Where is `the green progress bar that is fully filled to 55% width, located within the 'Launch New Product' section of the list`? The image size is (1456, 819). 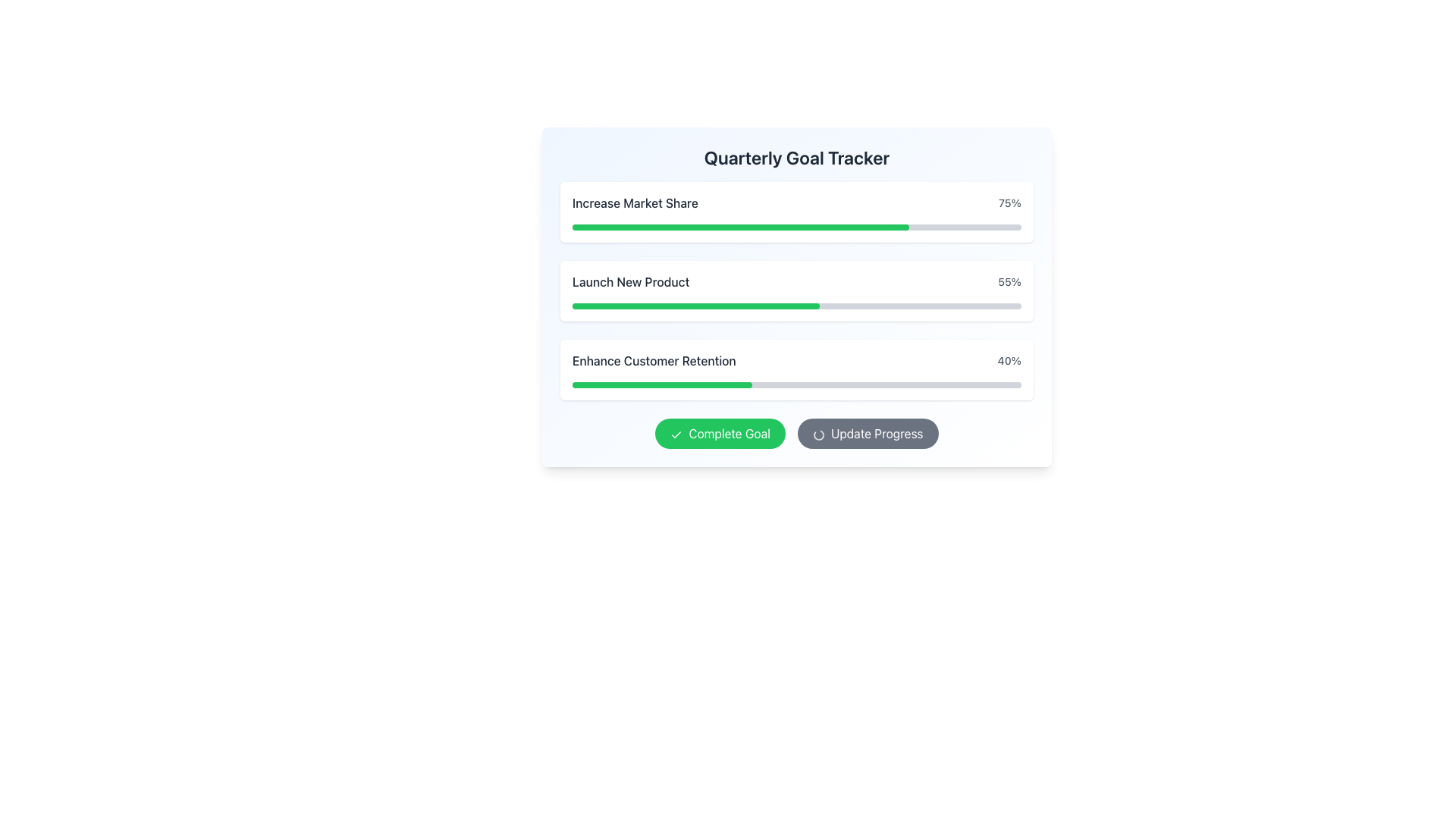 the green progress bar that is fully filled to 55% width, located within the 'Launch New Product' section of the list is located at coordinates (695, 306).